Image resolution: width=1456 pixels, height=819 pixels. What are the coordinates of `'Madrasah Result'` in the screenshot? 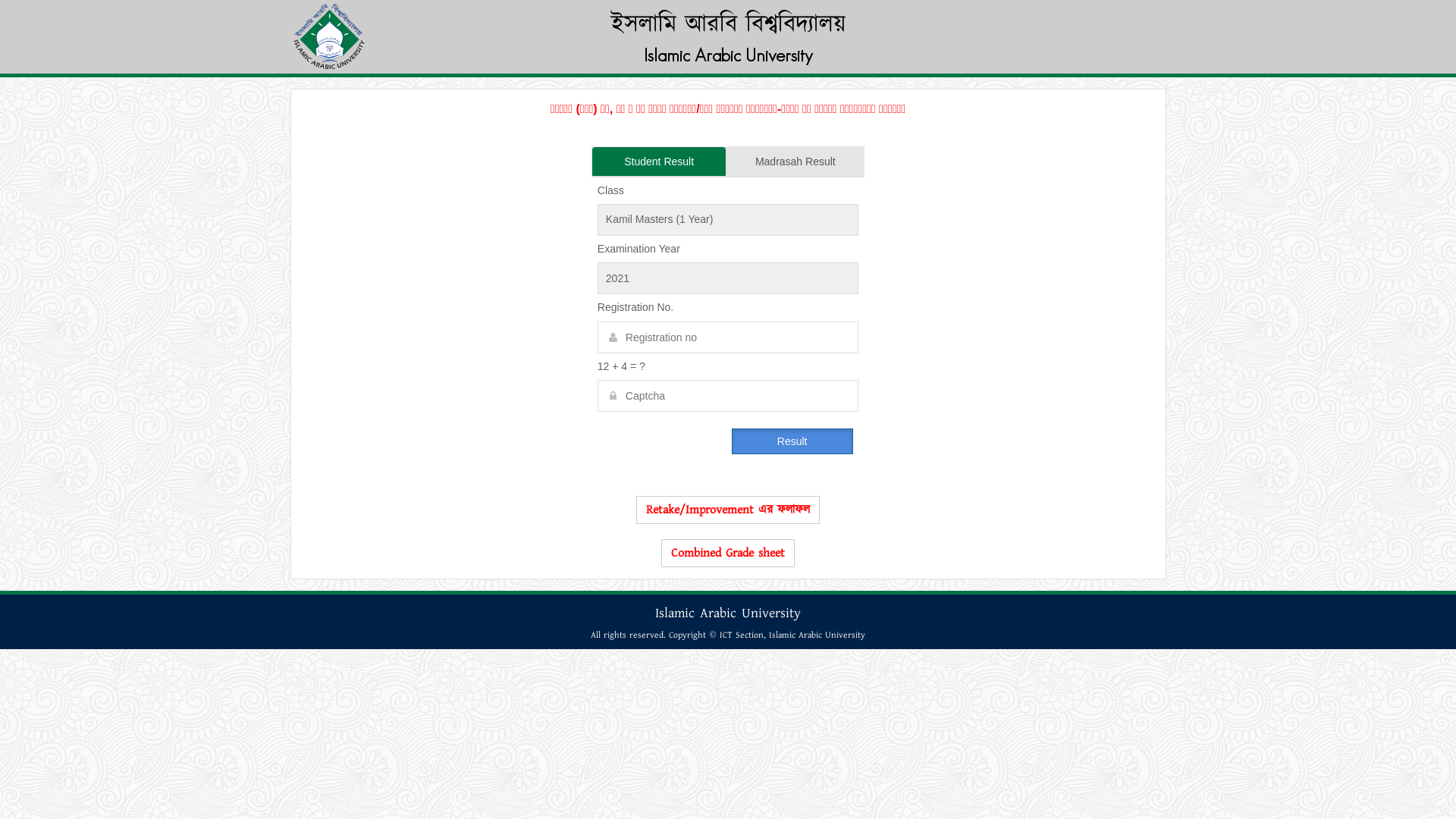 It's located at (795, 161).